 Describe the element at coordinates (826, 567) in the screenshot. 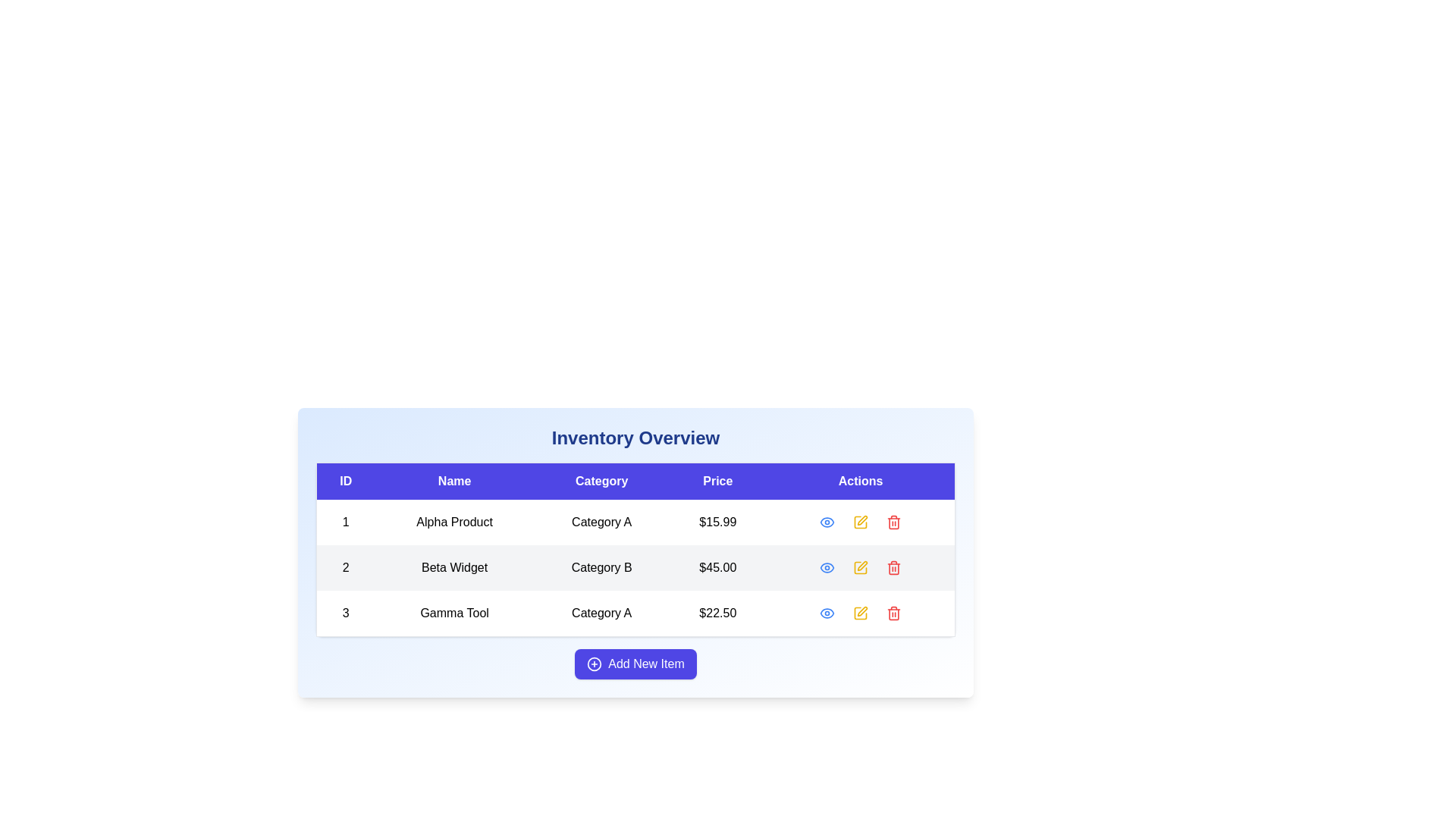

I see `the blue-eye-shaped icon button in the 'Actions' column` at that location.